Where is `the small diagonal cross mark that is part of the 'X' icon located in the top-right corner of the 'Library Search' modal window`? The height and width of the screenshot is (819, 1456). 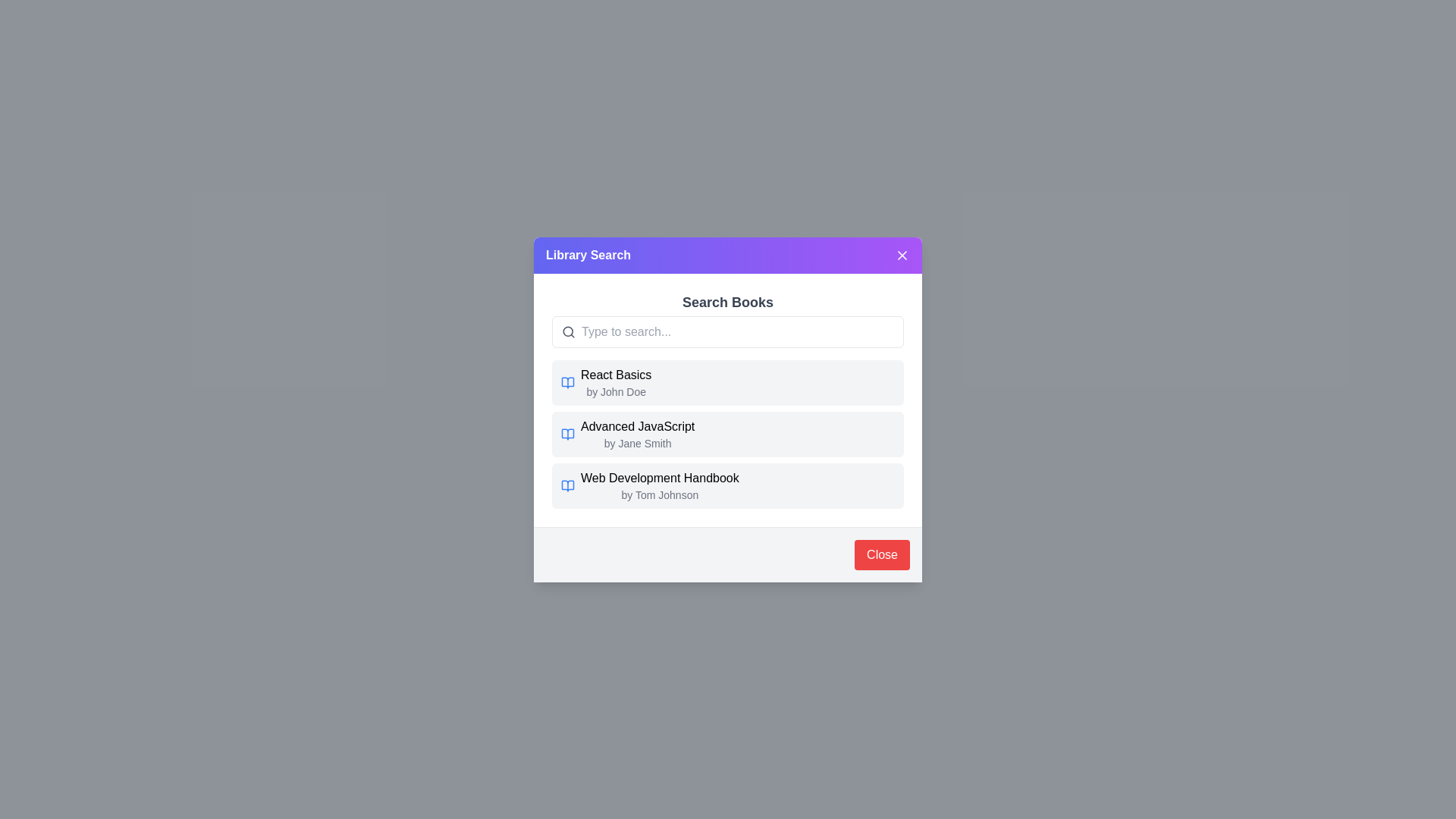
the small diagonal cross mark that is part of the 'X' icon located in the top-right corner of the 'Library Search' modal window is located at coordinates (902, 253).